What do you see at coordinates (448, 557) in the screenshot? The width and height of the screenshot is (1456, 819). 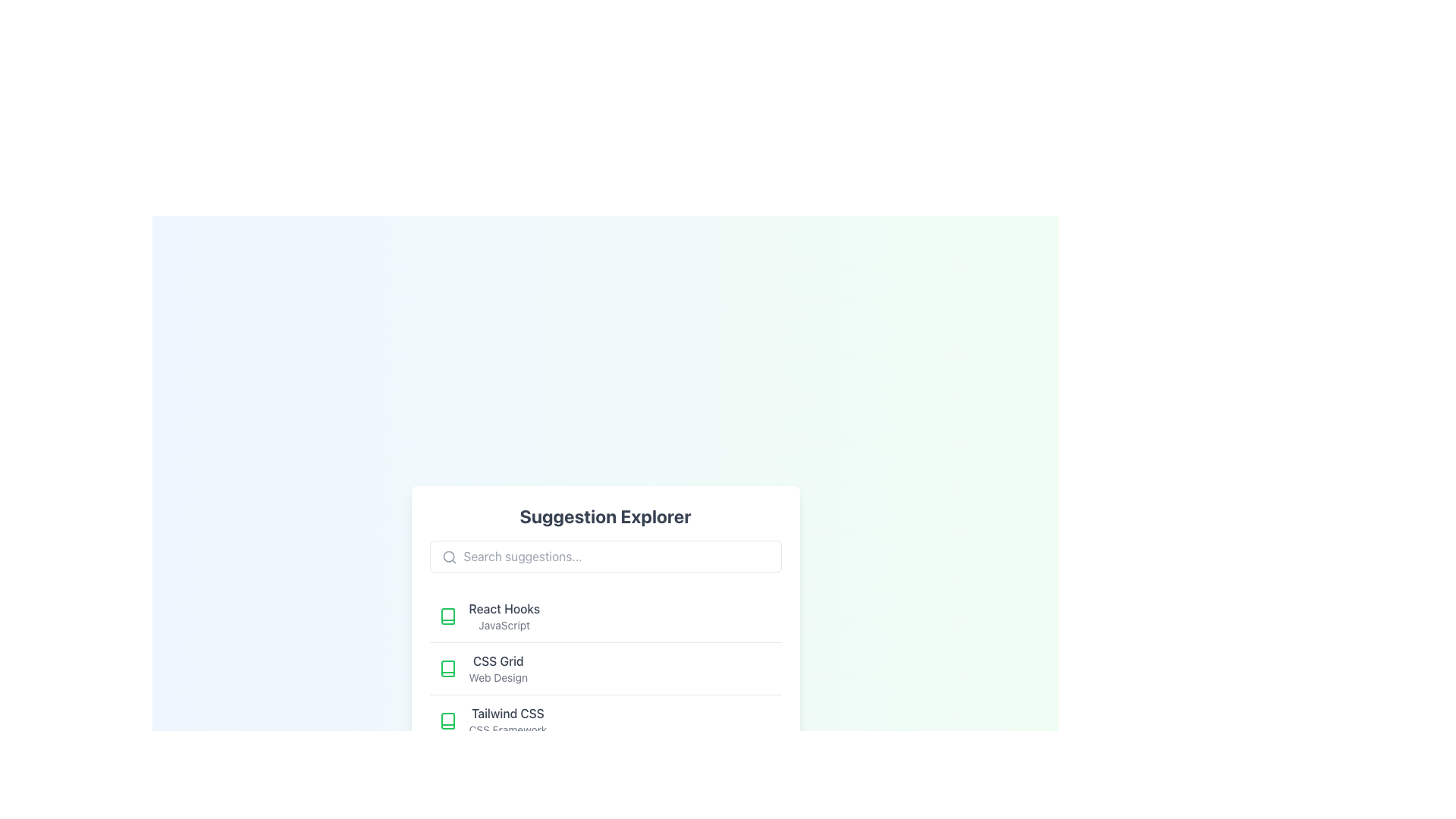 I see `the magnifying-glass-shaped icon located at the top-left corner of the search input field` at bounding box center [448, 557].